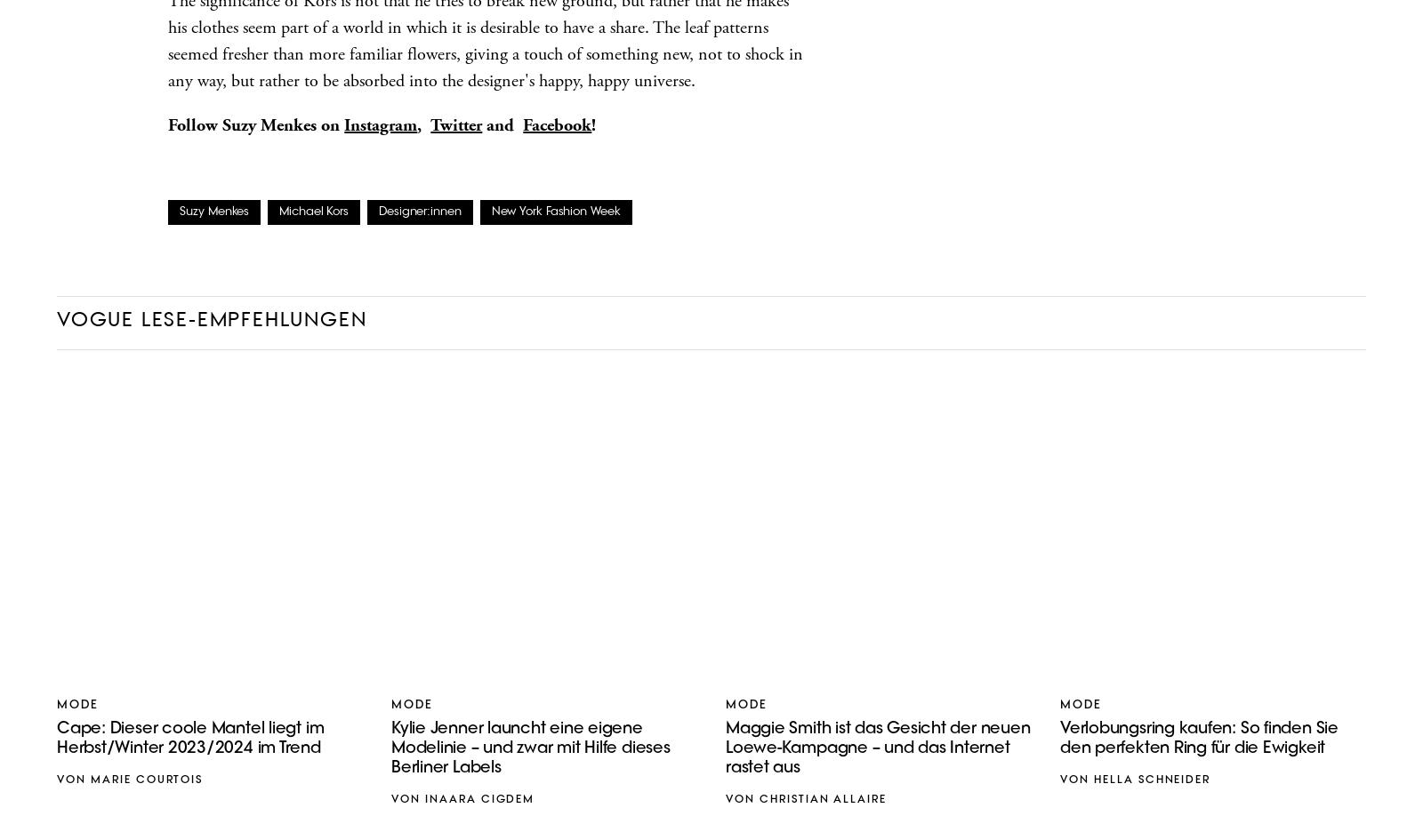  I want to click on 'New York Fashion Week', so click(555, 210).